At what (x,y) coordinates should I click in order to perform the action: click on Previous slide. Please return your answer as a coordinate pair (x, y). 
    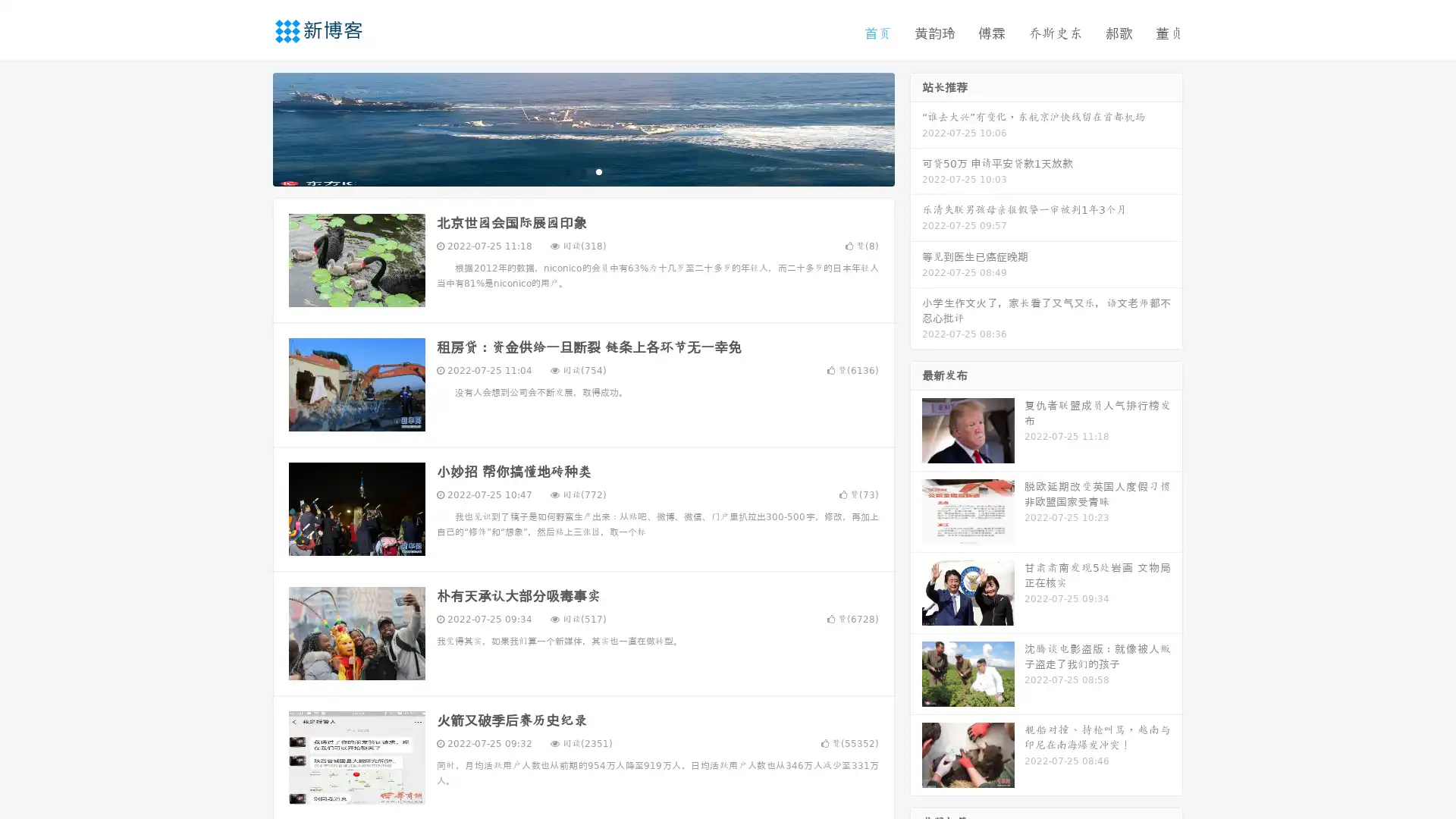
    Looking at the image, I should click on (250, 127).